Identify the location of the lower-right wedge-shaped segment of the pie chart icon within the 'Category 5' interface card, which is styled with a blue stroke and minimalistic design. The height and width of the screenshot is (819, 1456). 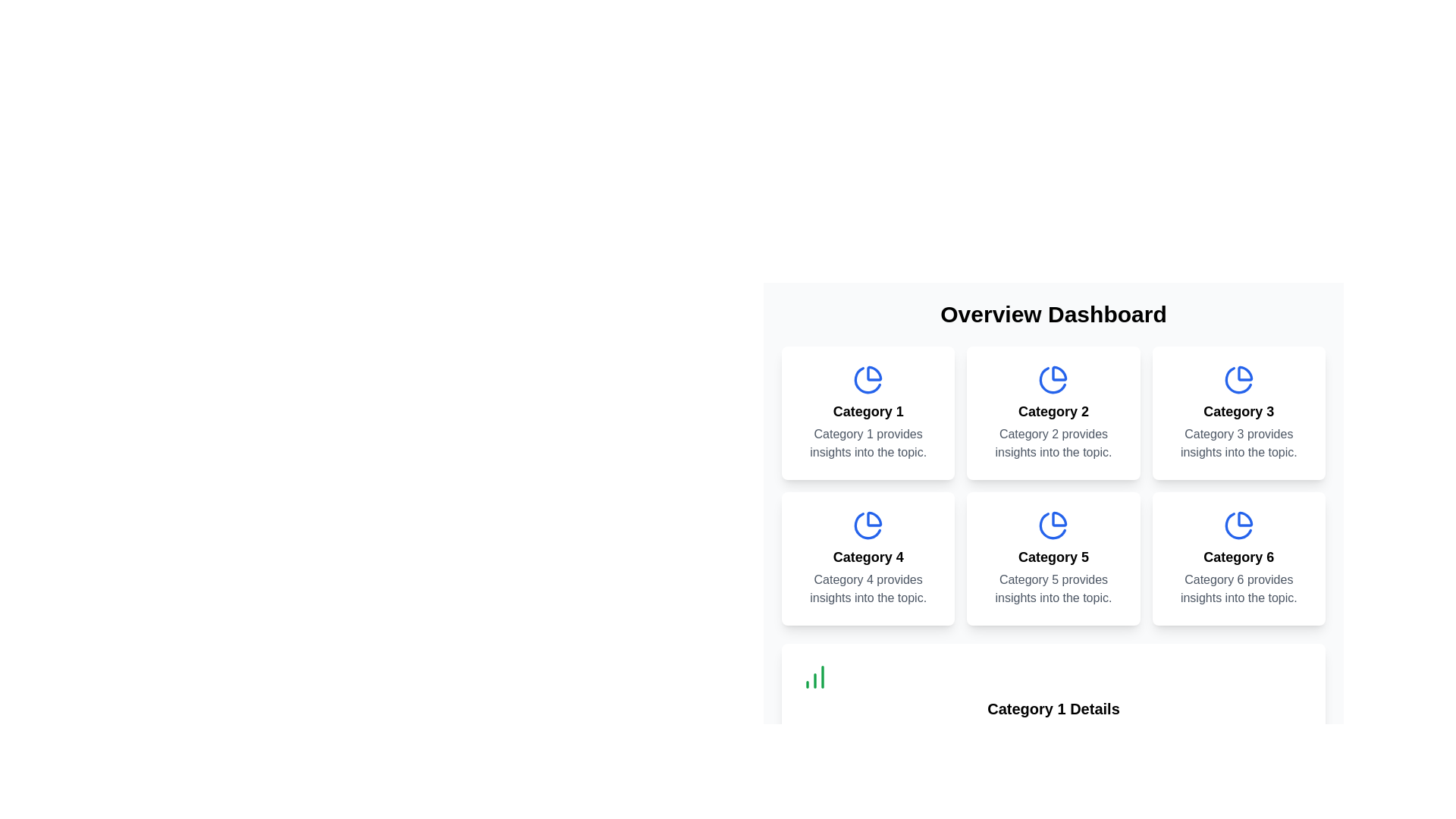
(1059, 518).